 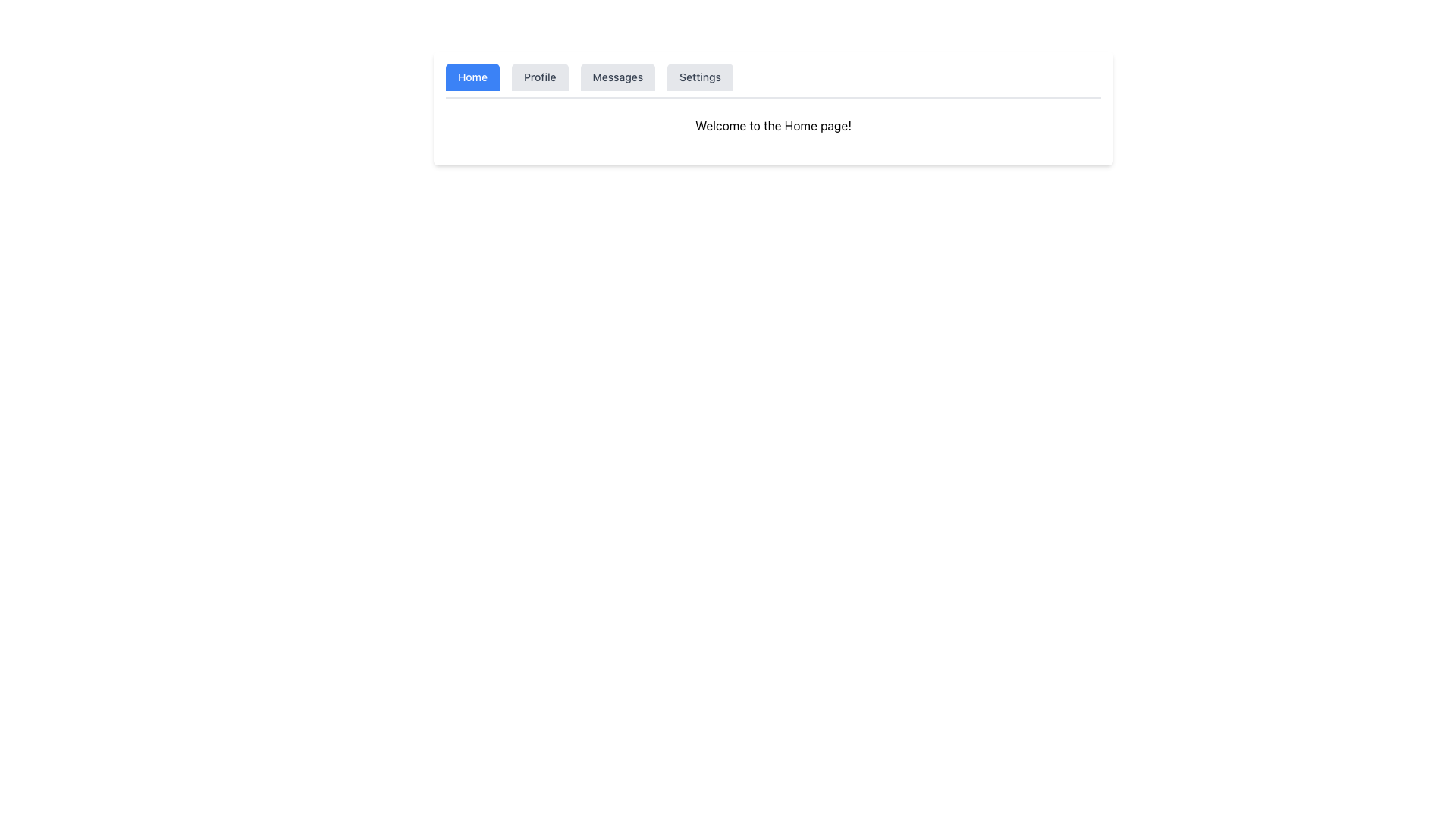 What do you see at coordinates (773, 124) in the screenshot?
I see `the title text element that provides a welcoming message to users on the Home page` at bounding box center [773, 124].